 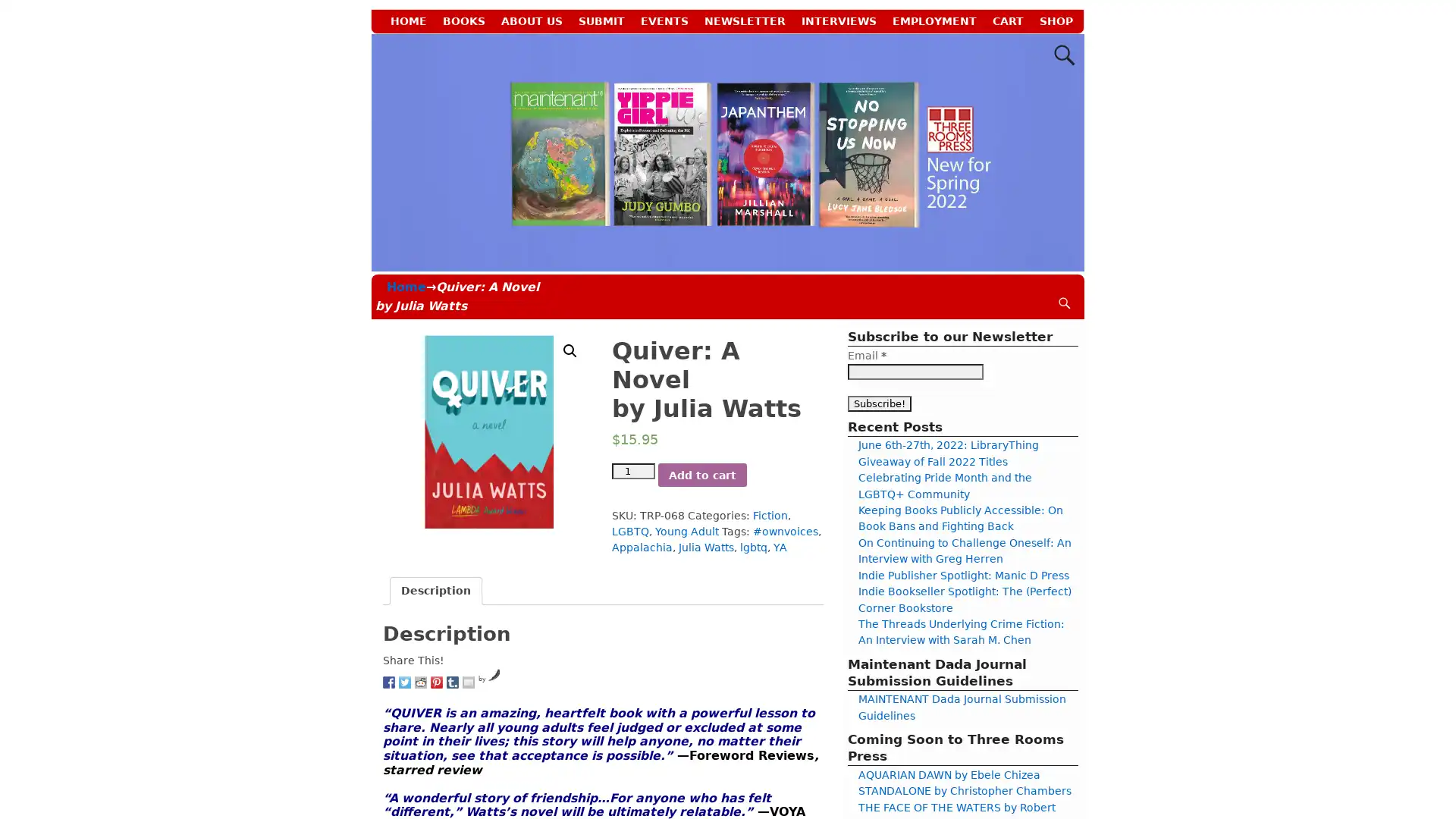 What do you see at coordinates (880, 402) in the screenshot?
I see `Subscribe!` at bounding box center [880, 402].